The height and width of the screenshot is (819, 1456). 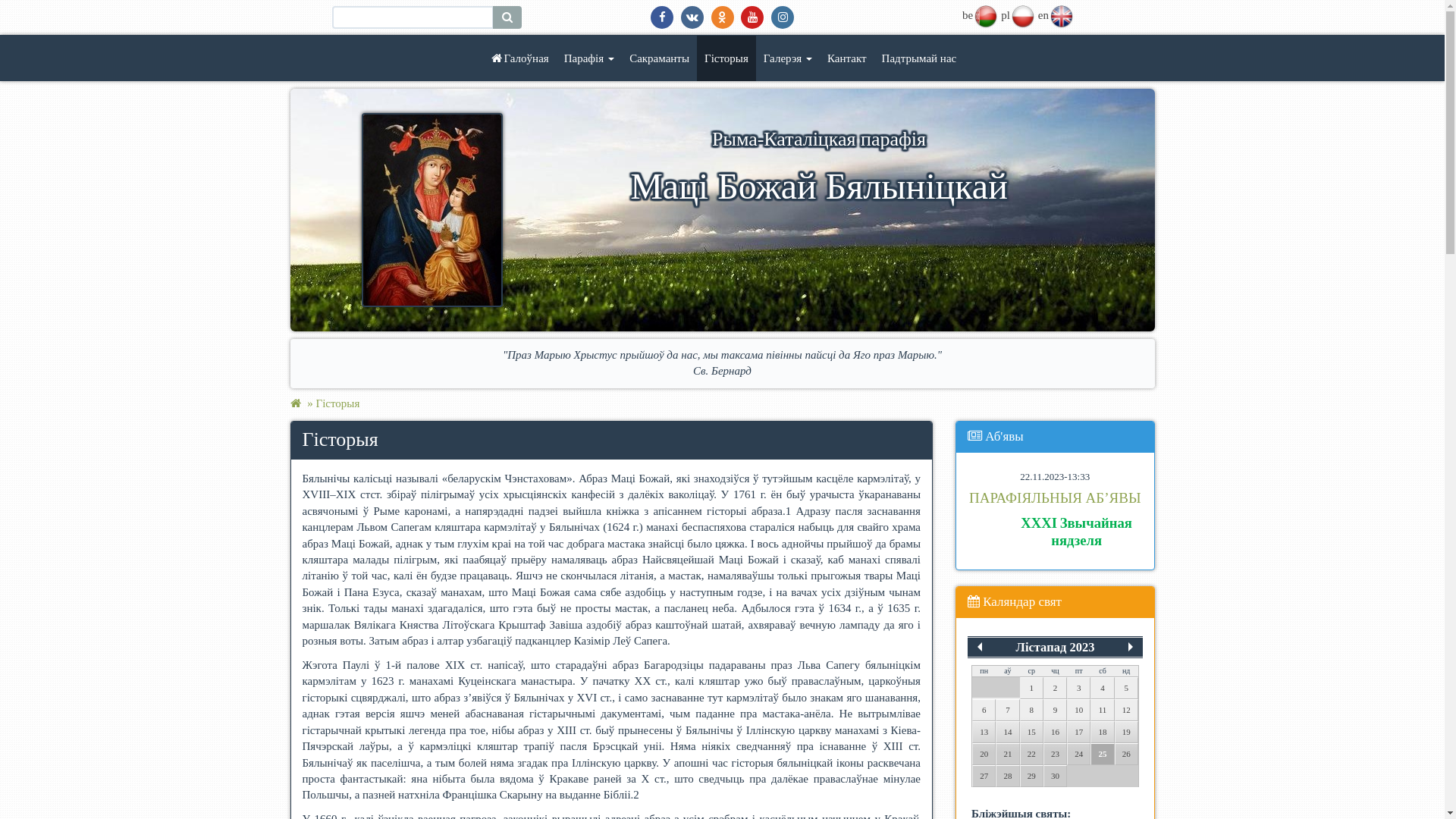 What do you see at coordinates (984, 754) in the screenshot?
I see `'20'` at bounding box center [984, 754].